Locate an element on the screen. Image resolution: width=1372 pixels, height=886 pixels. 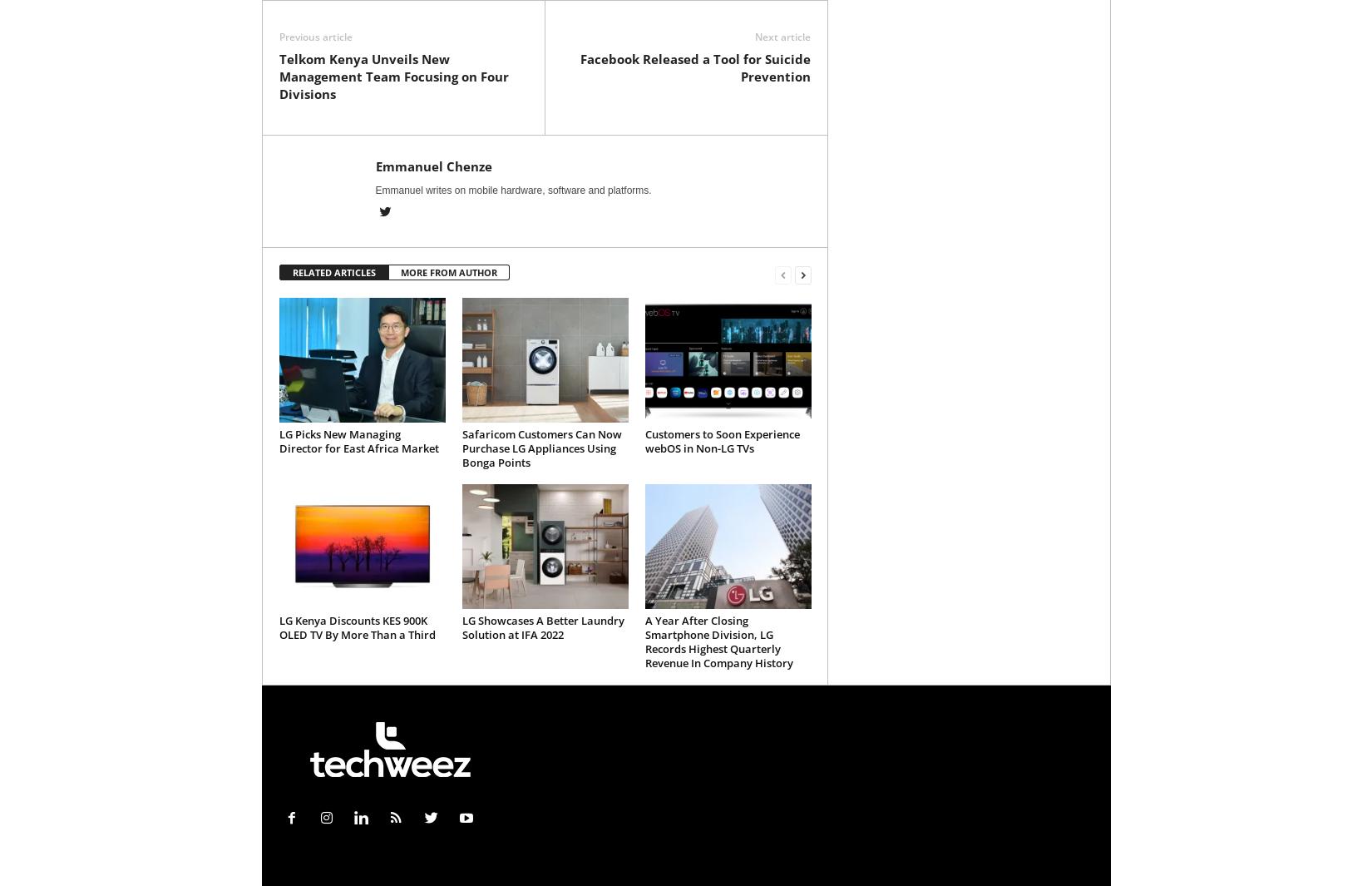
'Safaricom Customers Can Now Purchase LG Appliances Using Bonga Points' is located at coordinates (540, 448).